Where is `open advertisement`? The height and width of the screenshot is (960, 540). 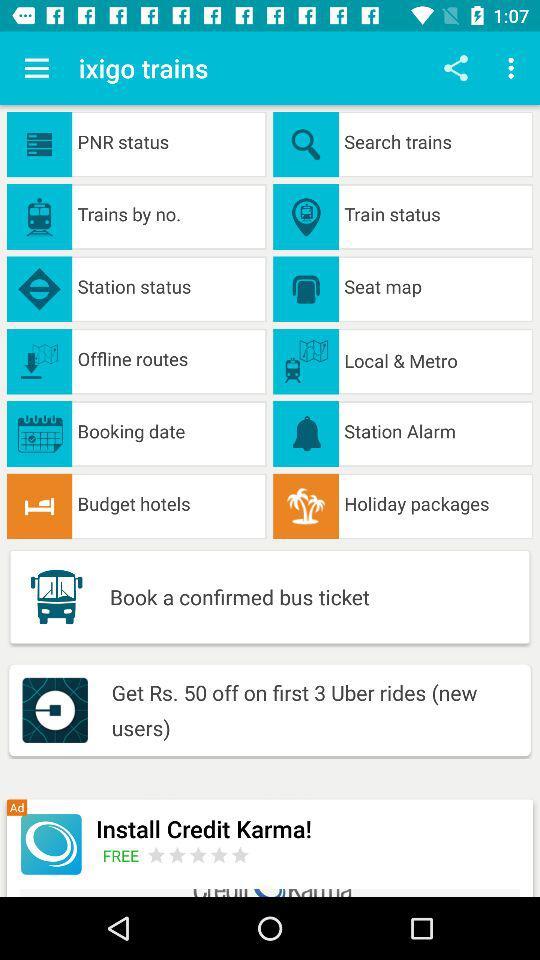
open advertisement is located at coordinates (198, 854).